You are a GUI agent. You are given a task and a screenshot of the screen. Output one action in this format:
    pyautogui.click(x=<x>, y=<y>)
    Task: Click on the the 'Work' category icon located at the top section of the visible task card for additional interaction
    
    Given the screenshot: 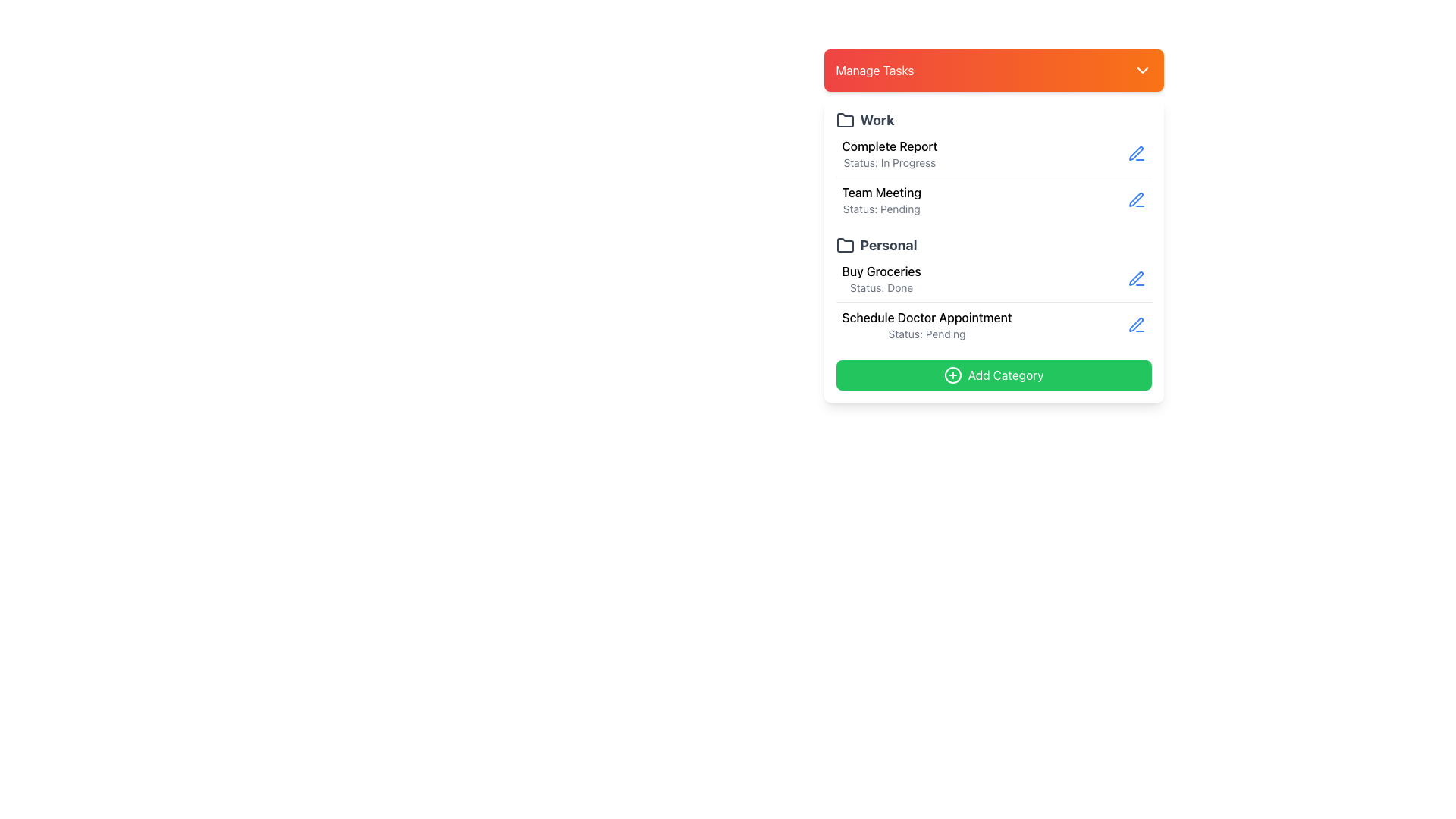 What is the action you would take?
    pyautogui.click(x=844, y=119)
    